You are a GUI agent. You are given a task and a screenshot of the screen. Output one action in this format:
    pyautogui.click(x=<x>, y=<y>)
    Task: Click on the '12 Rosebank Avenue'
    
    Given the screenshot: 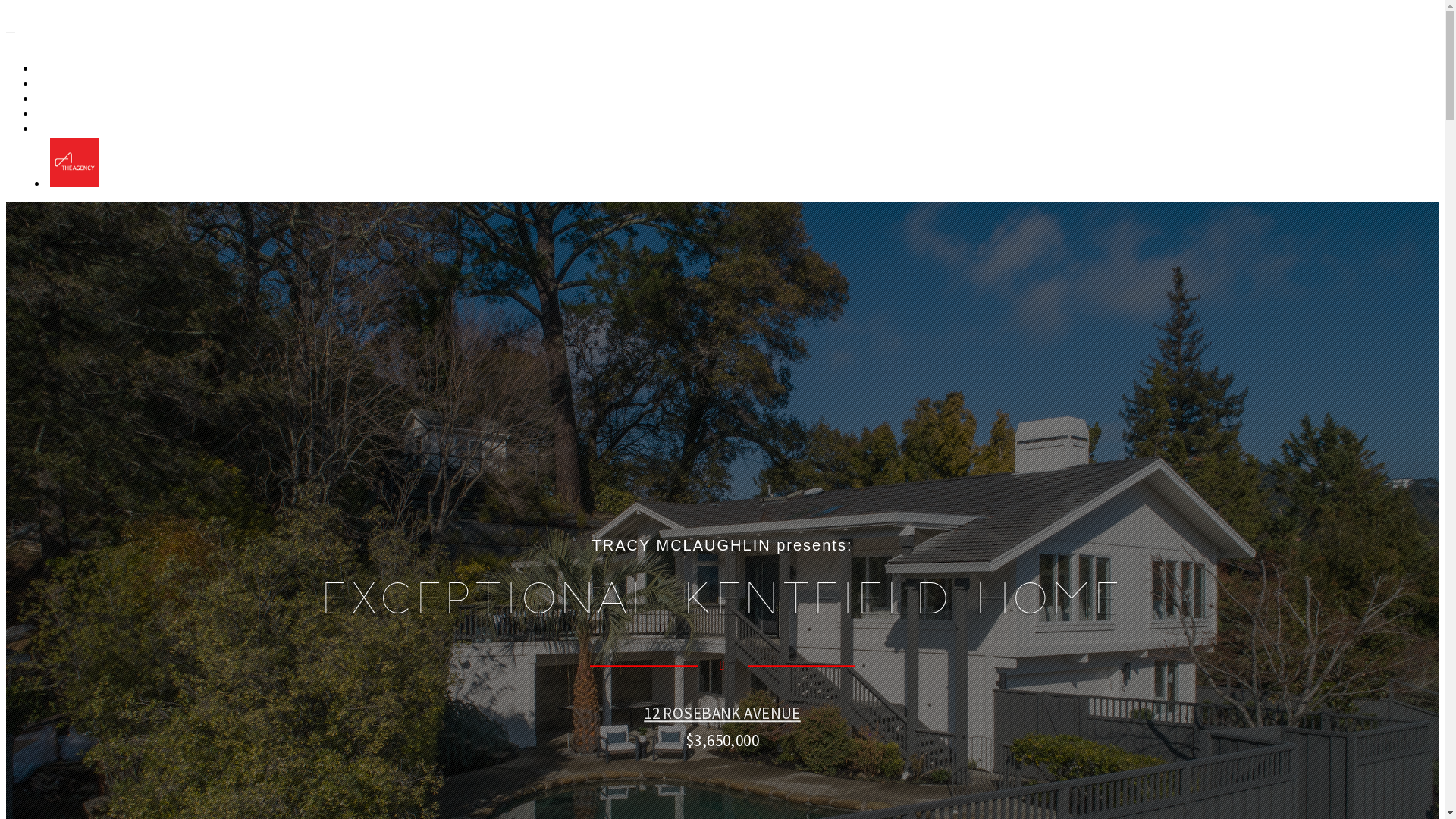 What is the action you would take?
    pyautogui.click(x=119, y=29)
    